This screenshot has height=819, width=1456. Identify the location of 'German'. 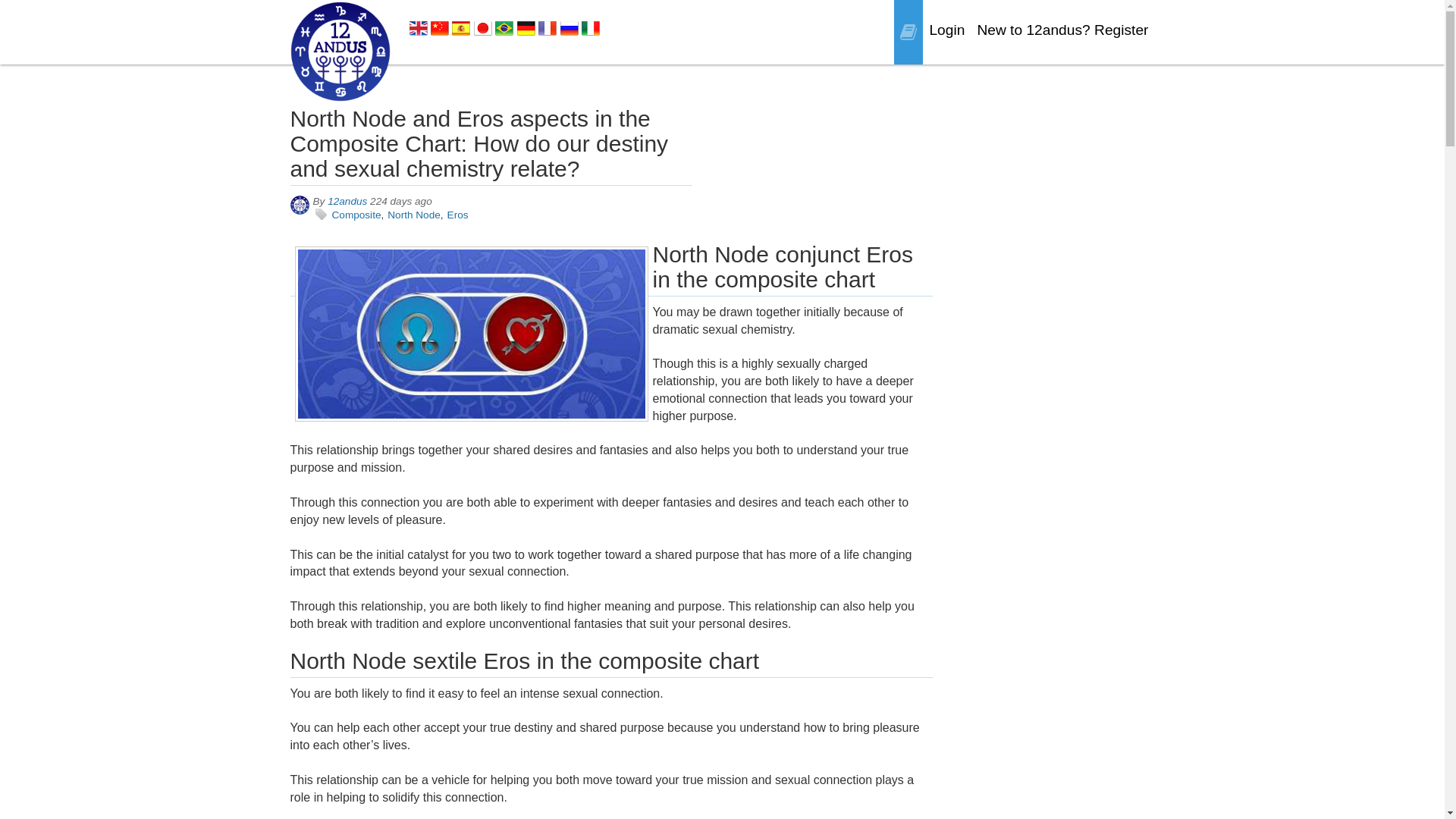
(516, 28).